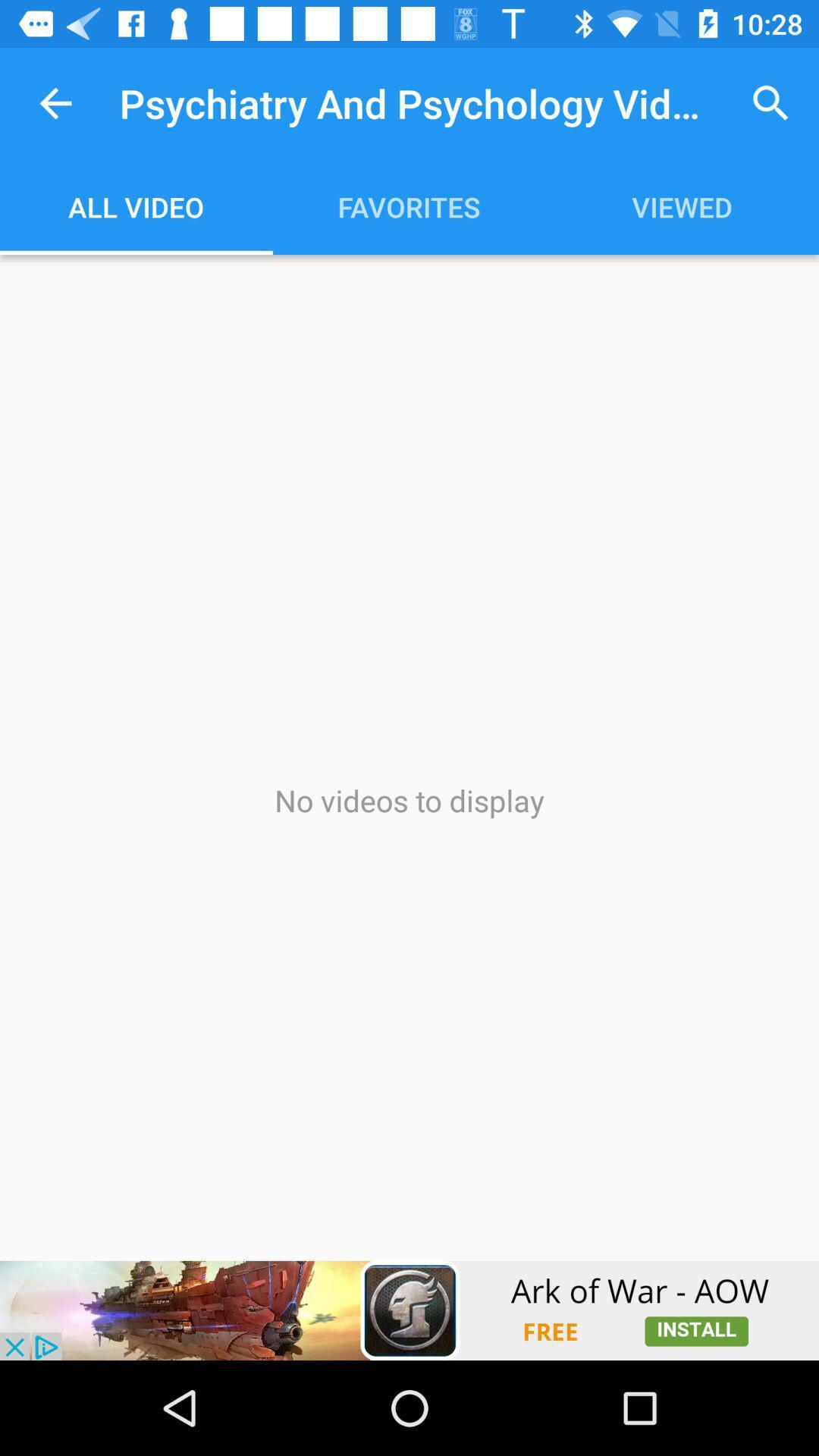  What do you see at coordinates (409, 1310) in the screenshot?
I see `learn about this product` at bounding box center [409, 1310].